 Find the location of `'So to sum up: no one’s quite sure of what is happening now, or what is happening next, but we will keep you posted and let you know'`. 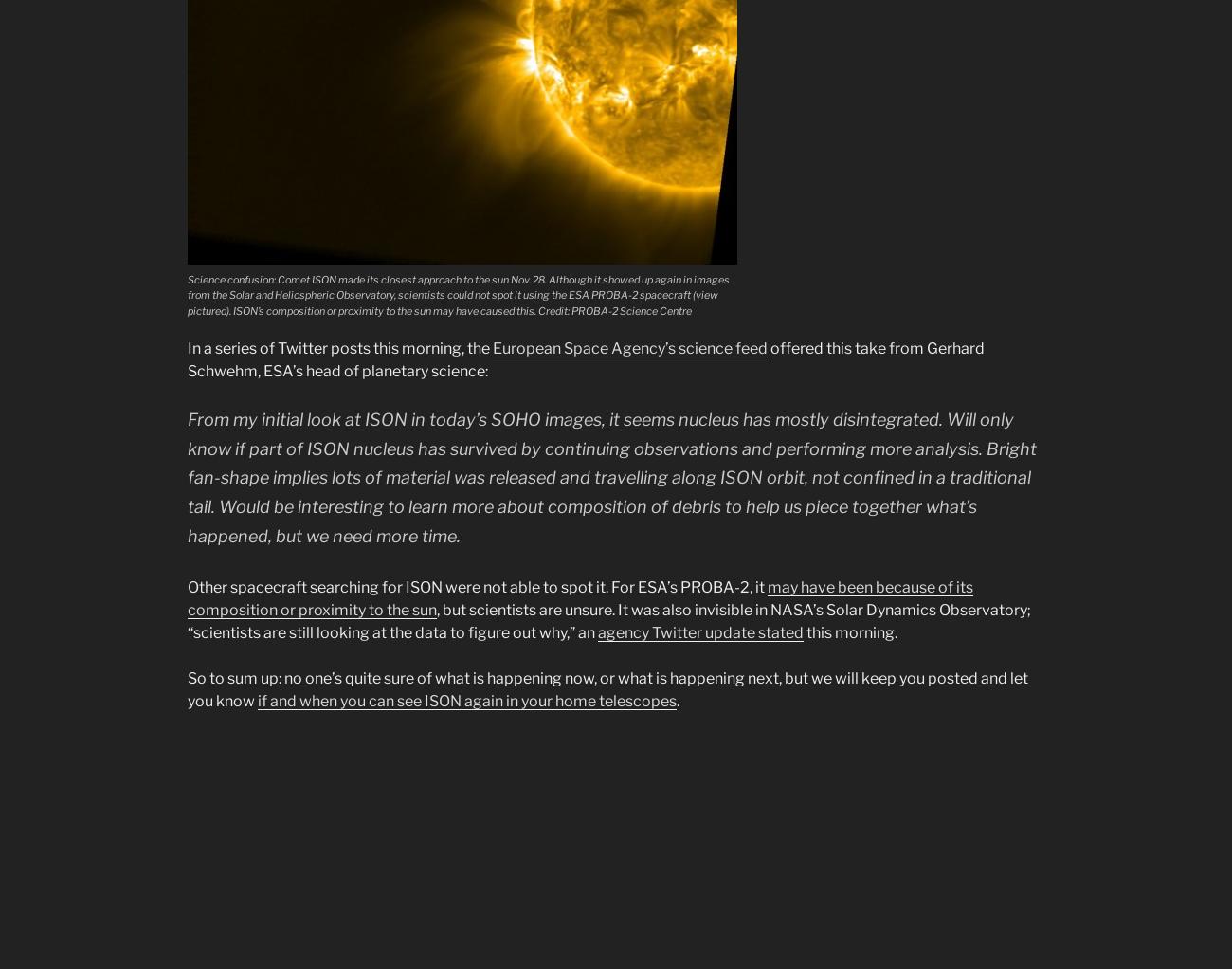

'So to sum up: no one’s quite sure of what is happening now, or what is happening next, but we will keep you posted and let you know' is located at coordinates (187, 689).